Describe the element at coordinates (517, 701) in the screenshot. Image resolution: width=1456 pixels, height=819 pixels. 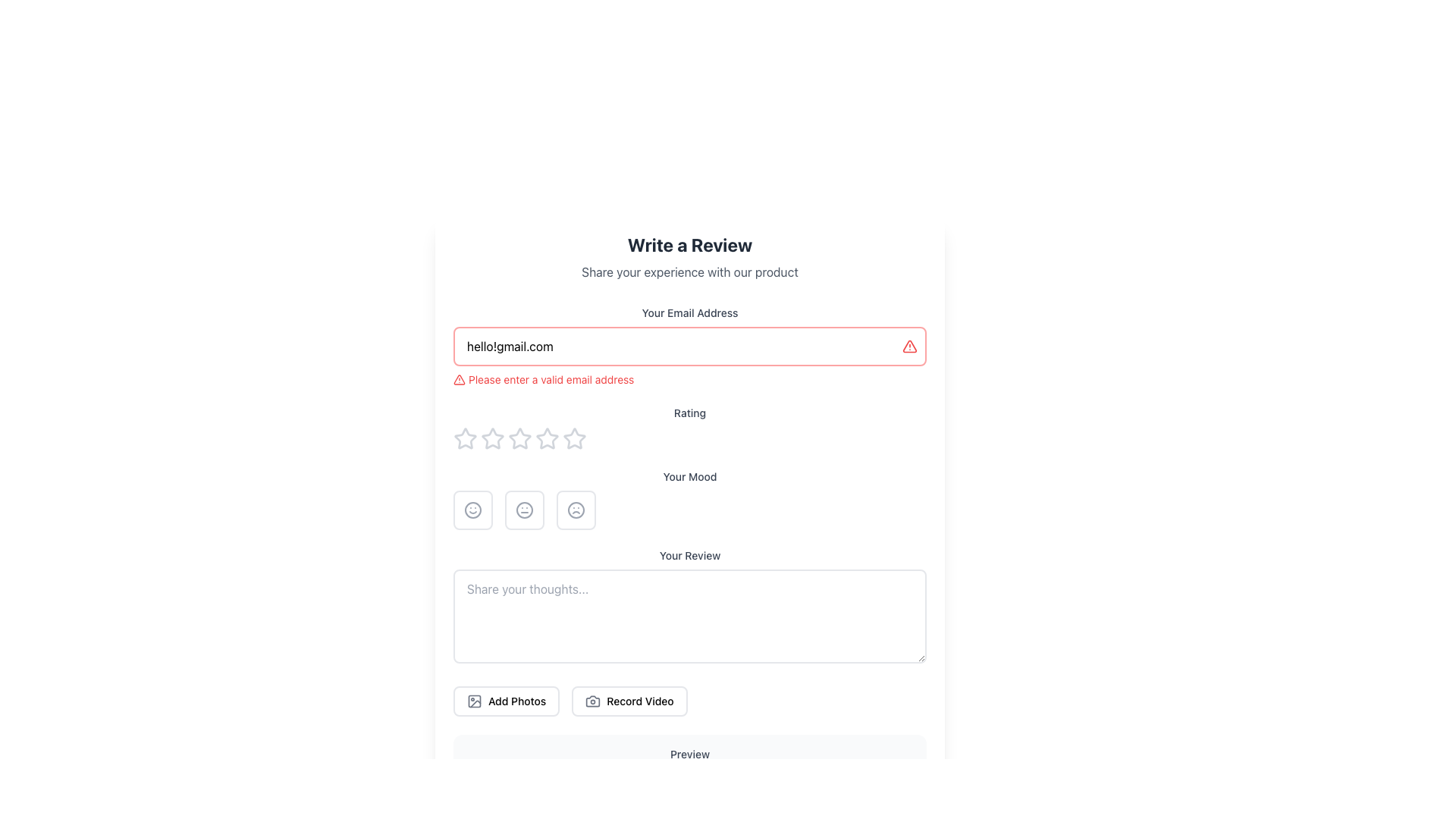
I see `the 'Add Photos' text label, which is bold and medium-sized, located to the right of a picture frame icon in the bottom section of the layout` at that location.